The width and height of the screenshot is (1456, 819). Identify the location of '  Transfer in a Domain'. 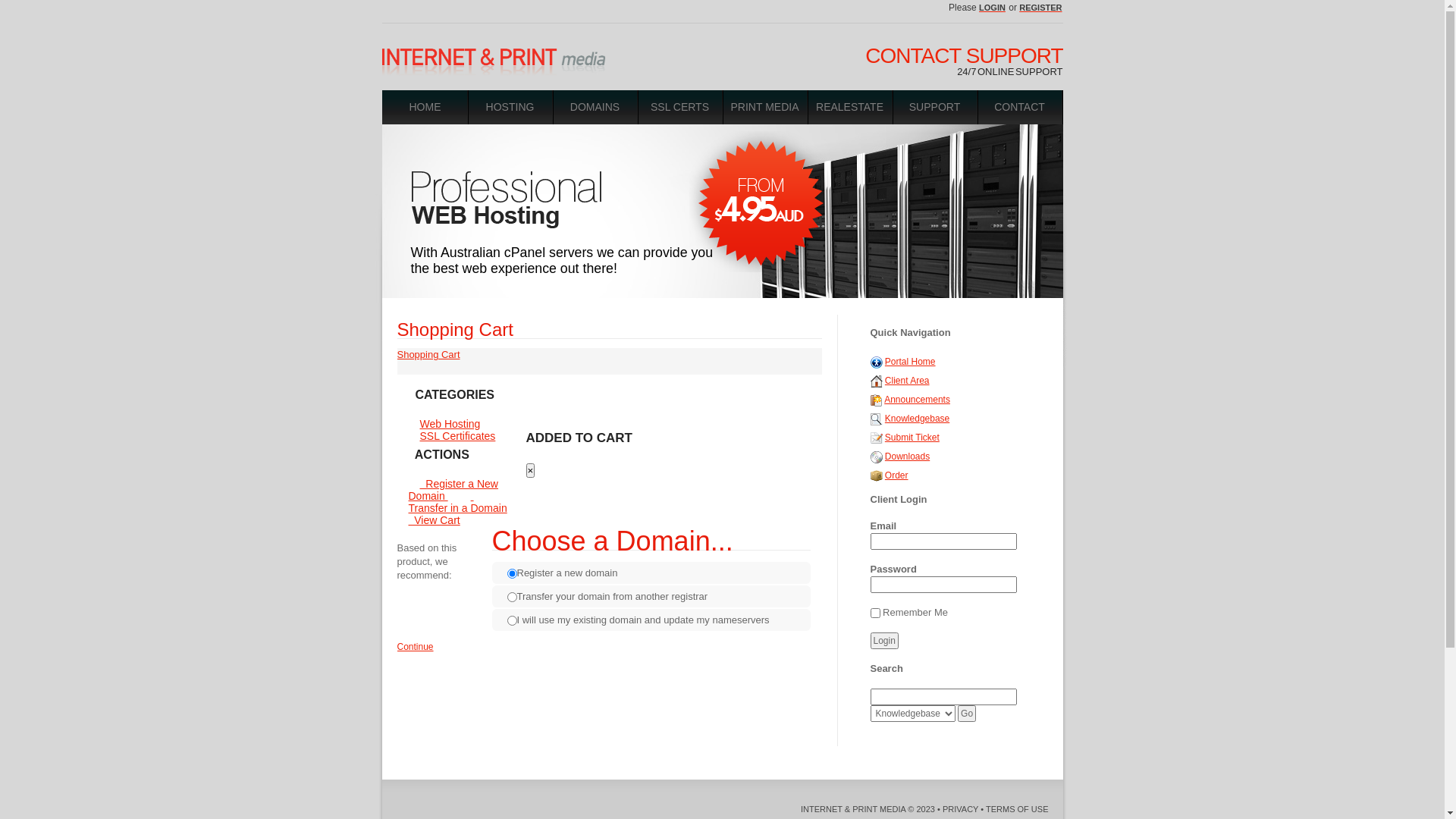
(462, 502).